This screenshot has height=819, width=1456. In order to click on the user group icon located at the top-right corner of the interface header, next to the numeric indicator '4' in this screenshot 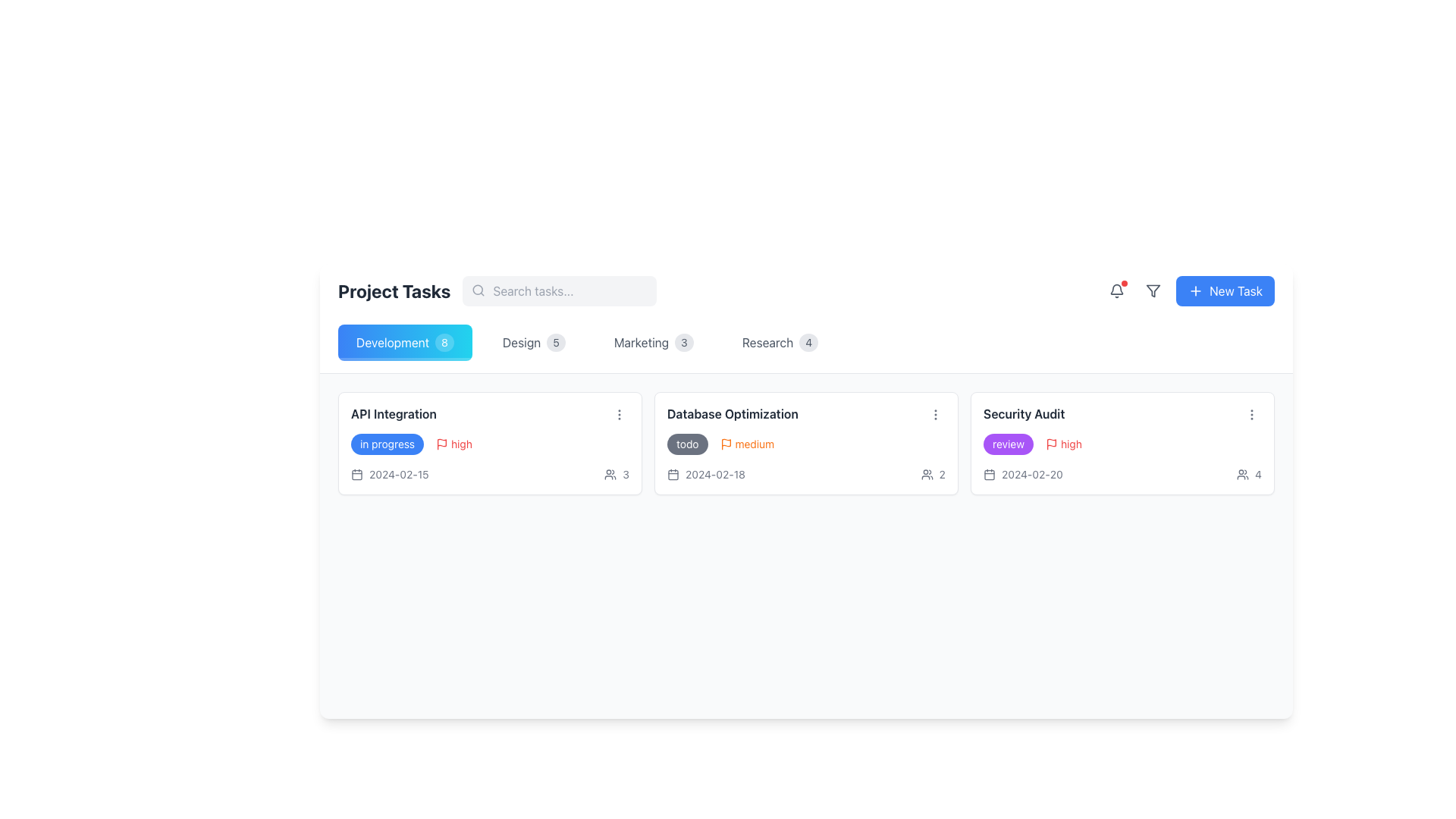, I will do `click(1243, 473)`.